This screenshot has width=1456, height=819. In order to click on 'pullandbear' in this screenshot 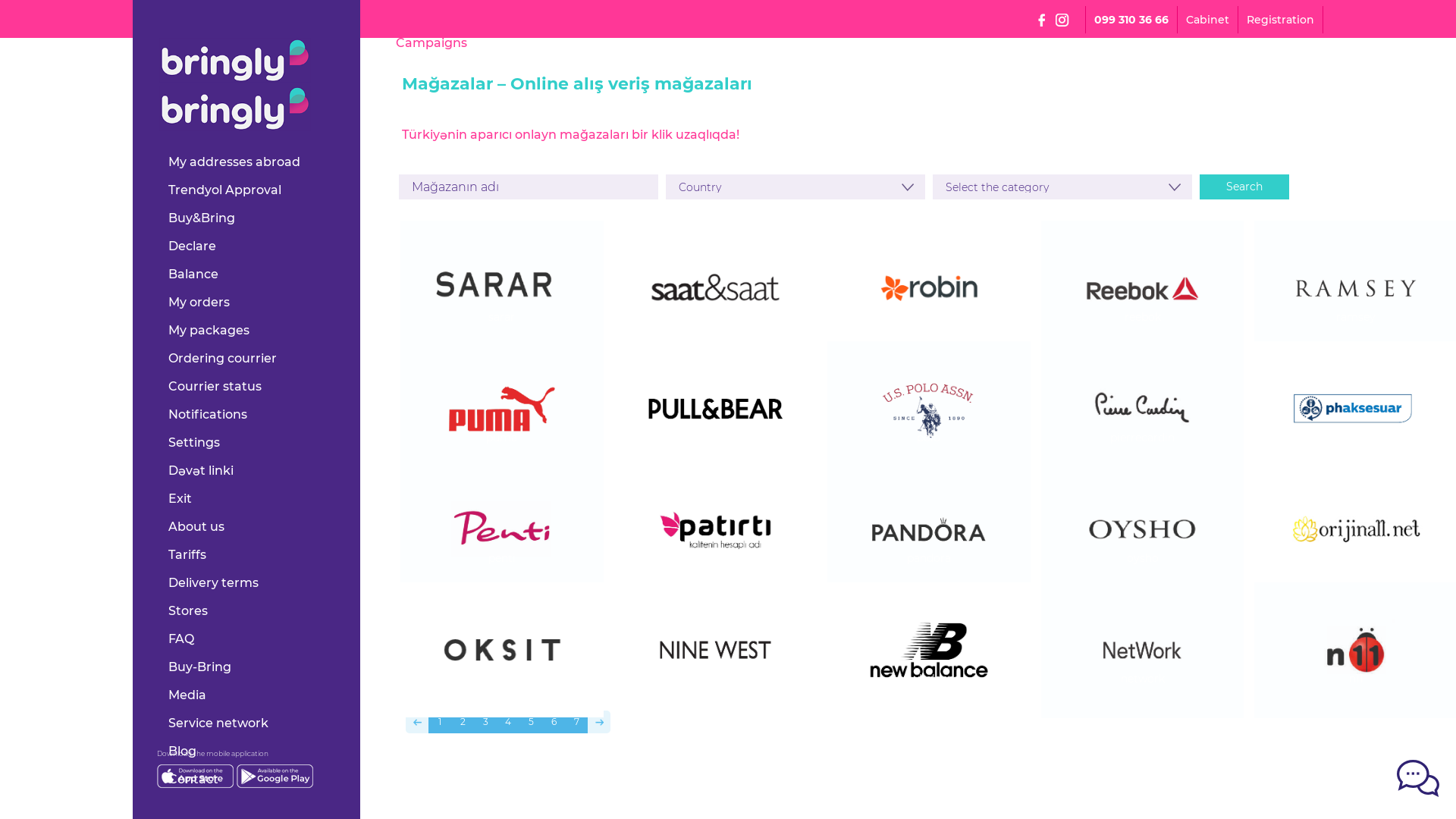, I will do `click(715, 438)`.